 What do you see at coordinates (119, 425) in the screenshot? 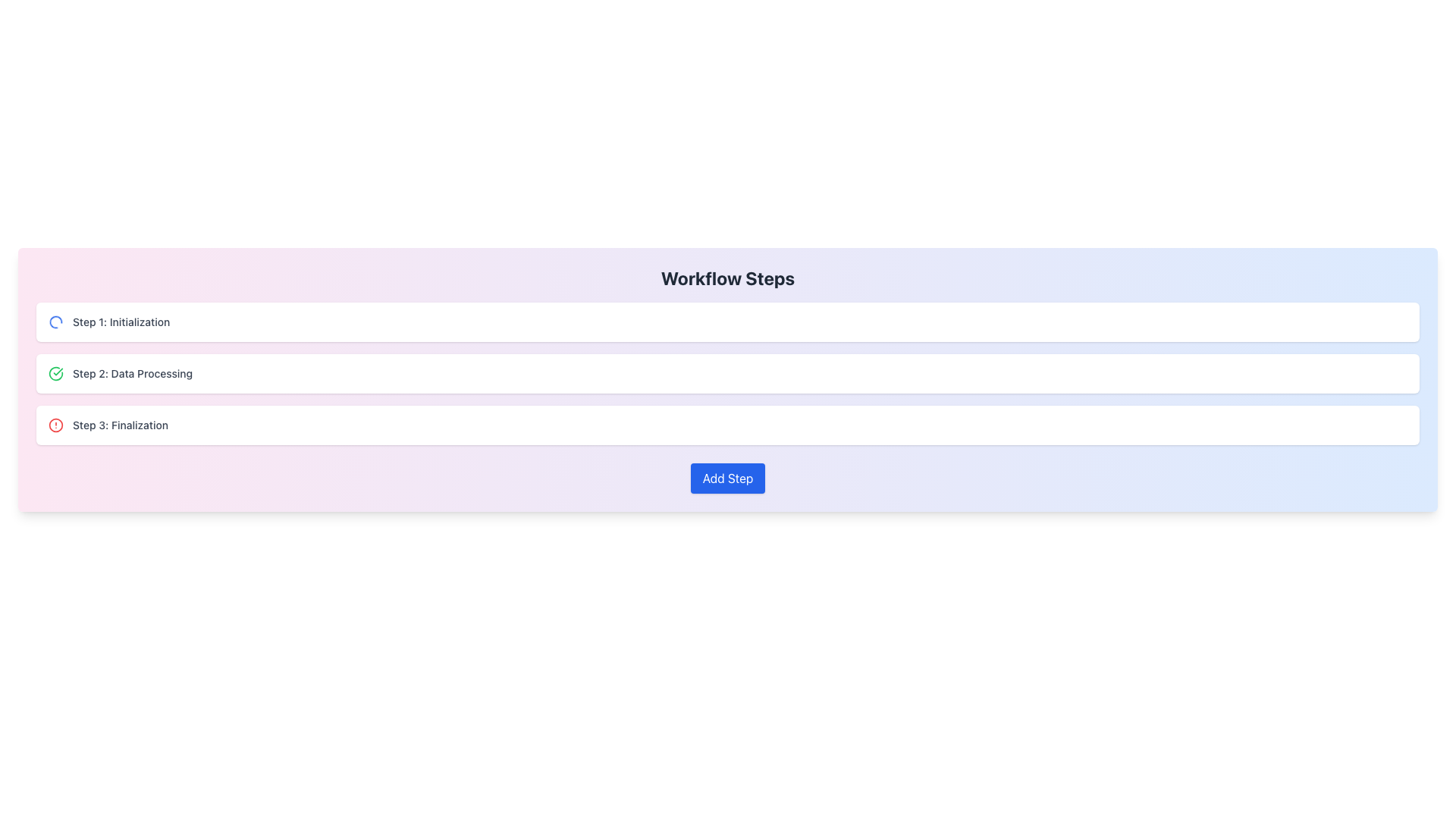
I see `textual content of the third step label in the workflow process, positioned below 'Step 2: Data Processing' and above the bottom action button` at bounding box center [119, 425].